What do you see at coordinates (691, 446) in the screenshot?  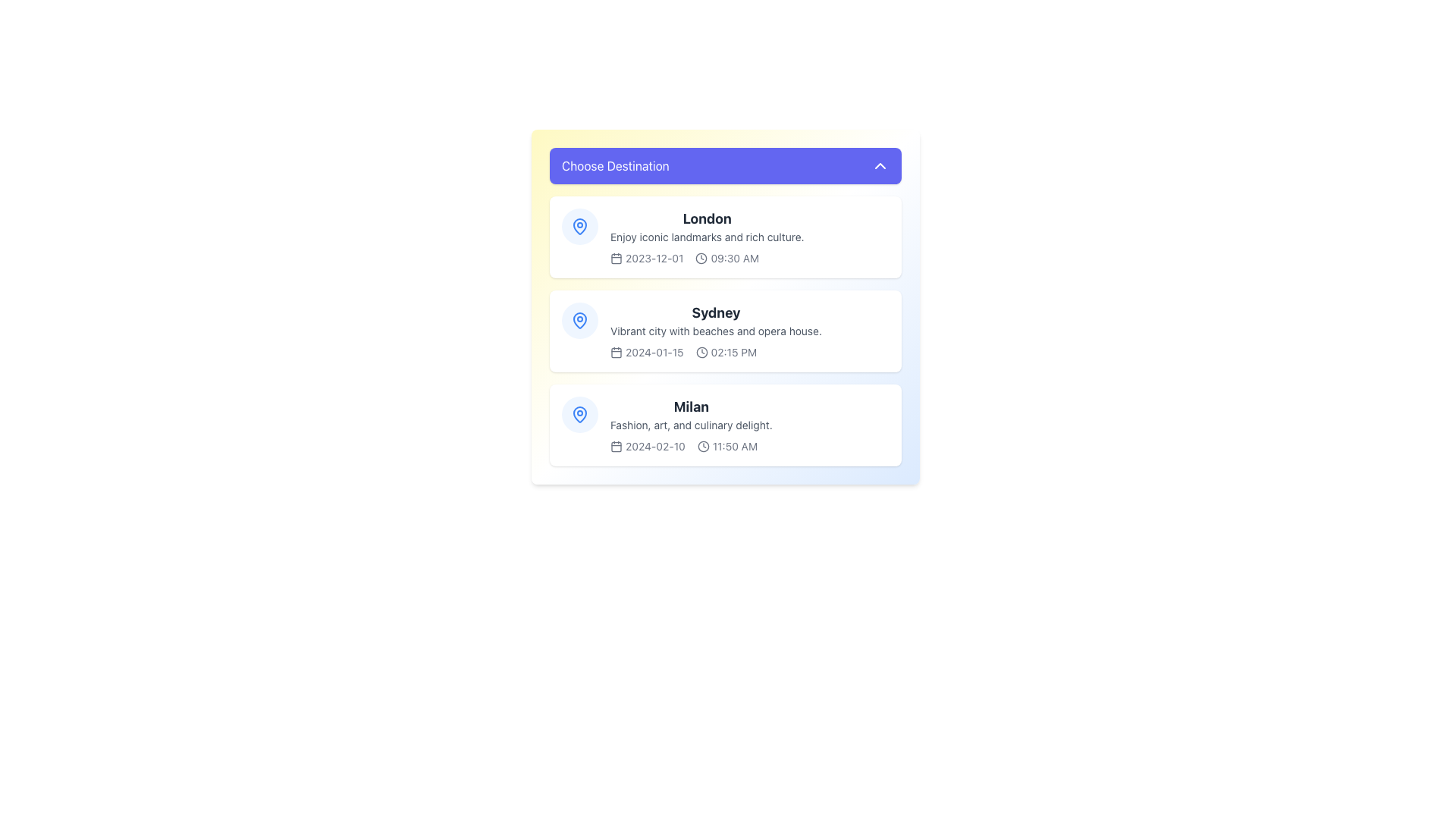 I see `the horizontal group of text and icons displaying the date '2024-02-10' and time '11:50 AM' with calendar and clock icons, located under the description 'Fashion, art, and culinary delight' within the 'Milan' item` at bounding box center [691, 446].